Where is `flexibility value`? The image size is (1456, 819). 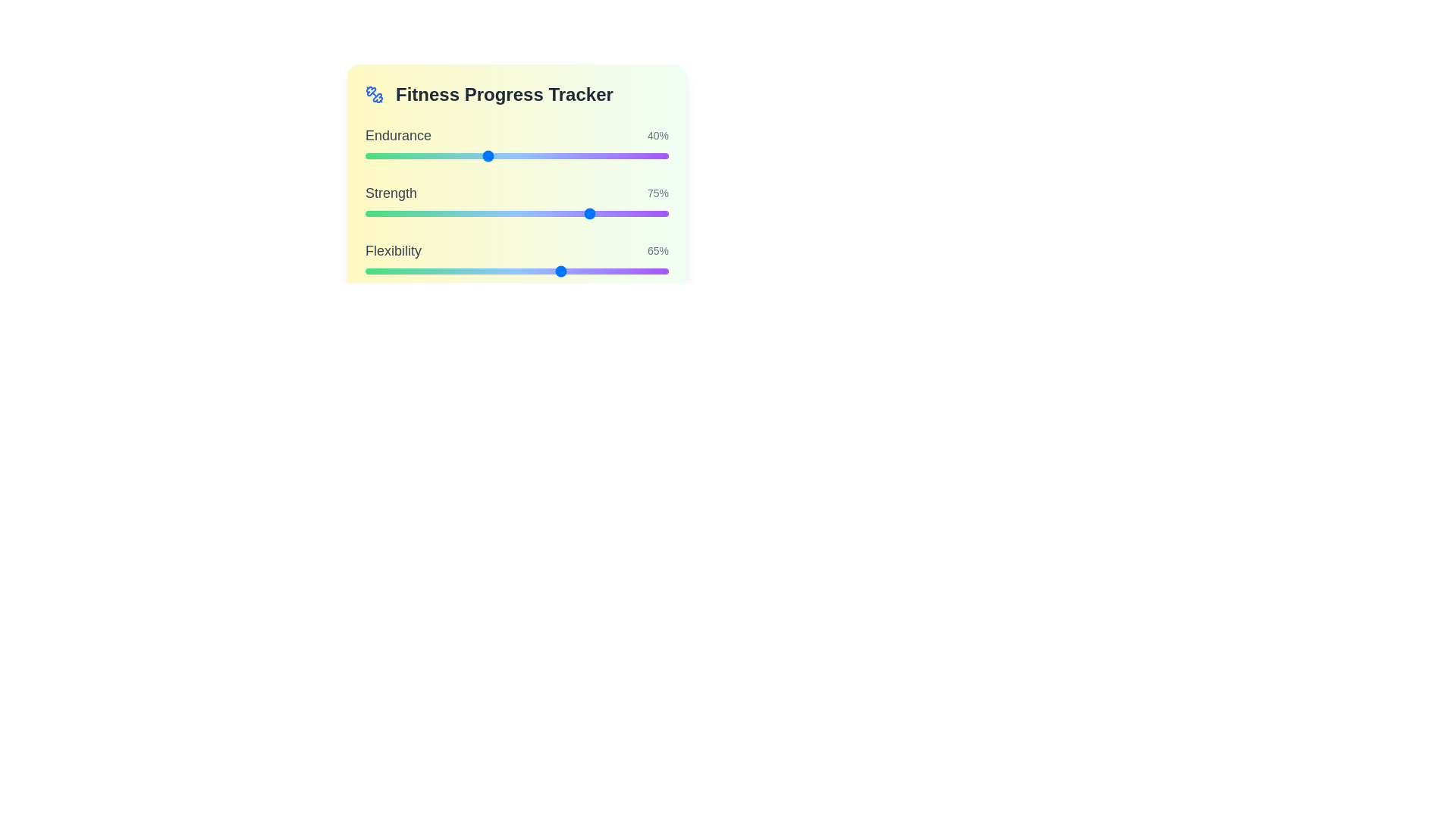 flexibility value is located at coordinates (541, 271).